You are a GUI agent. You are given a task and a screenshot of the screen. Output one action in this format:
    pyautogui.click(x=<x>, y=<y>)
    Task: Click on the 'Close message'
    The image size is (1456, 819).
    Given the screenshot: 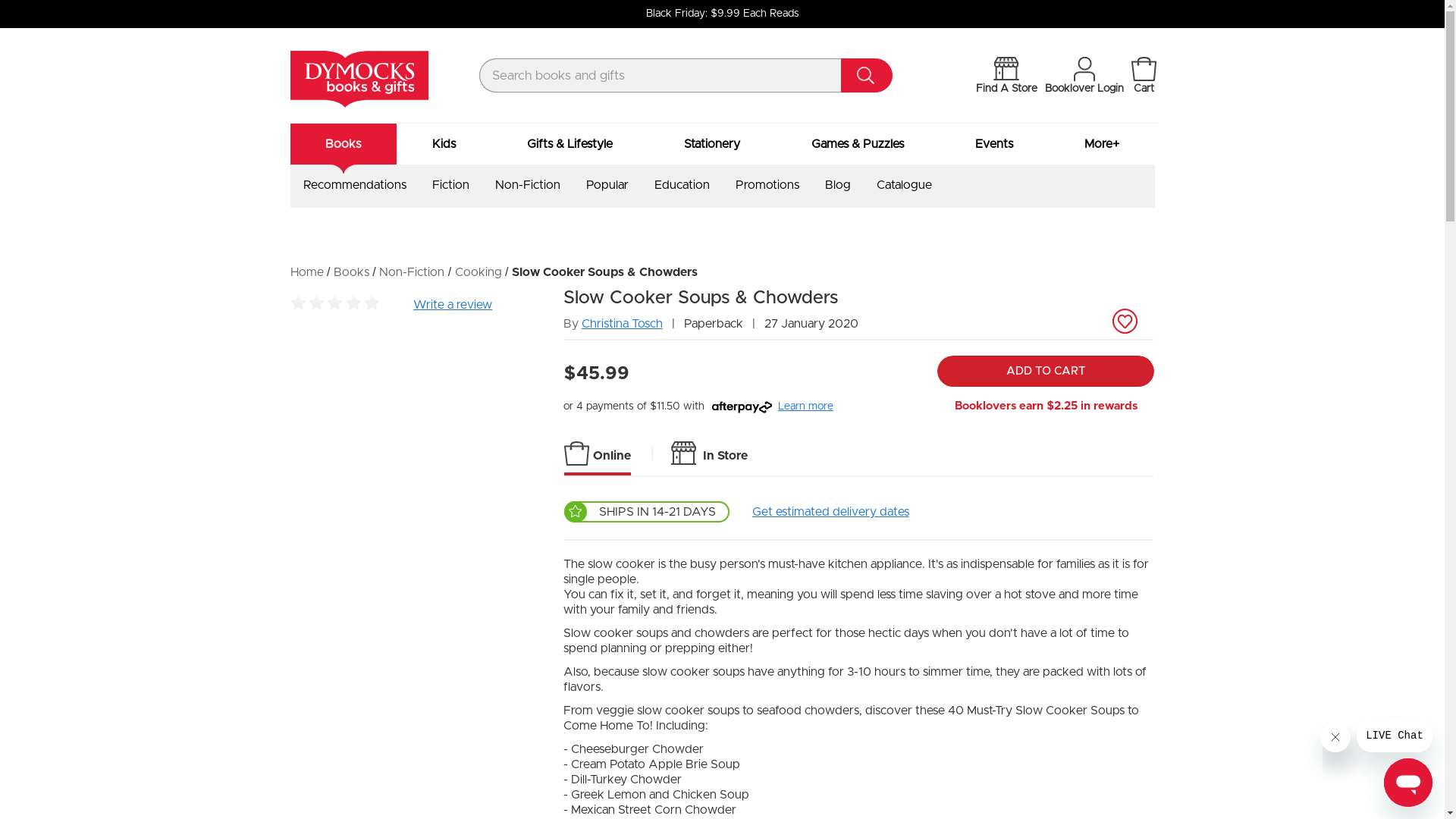 What is the action you would take?
    pyautogui.click(x=1335, y=736)
    